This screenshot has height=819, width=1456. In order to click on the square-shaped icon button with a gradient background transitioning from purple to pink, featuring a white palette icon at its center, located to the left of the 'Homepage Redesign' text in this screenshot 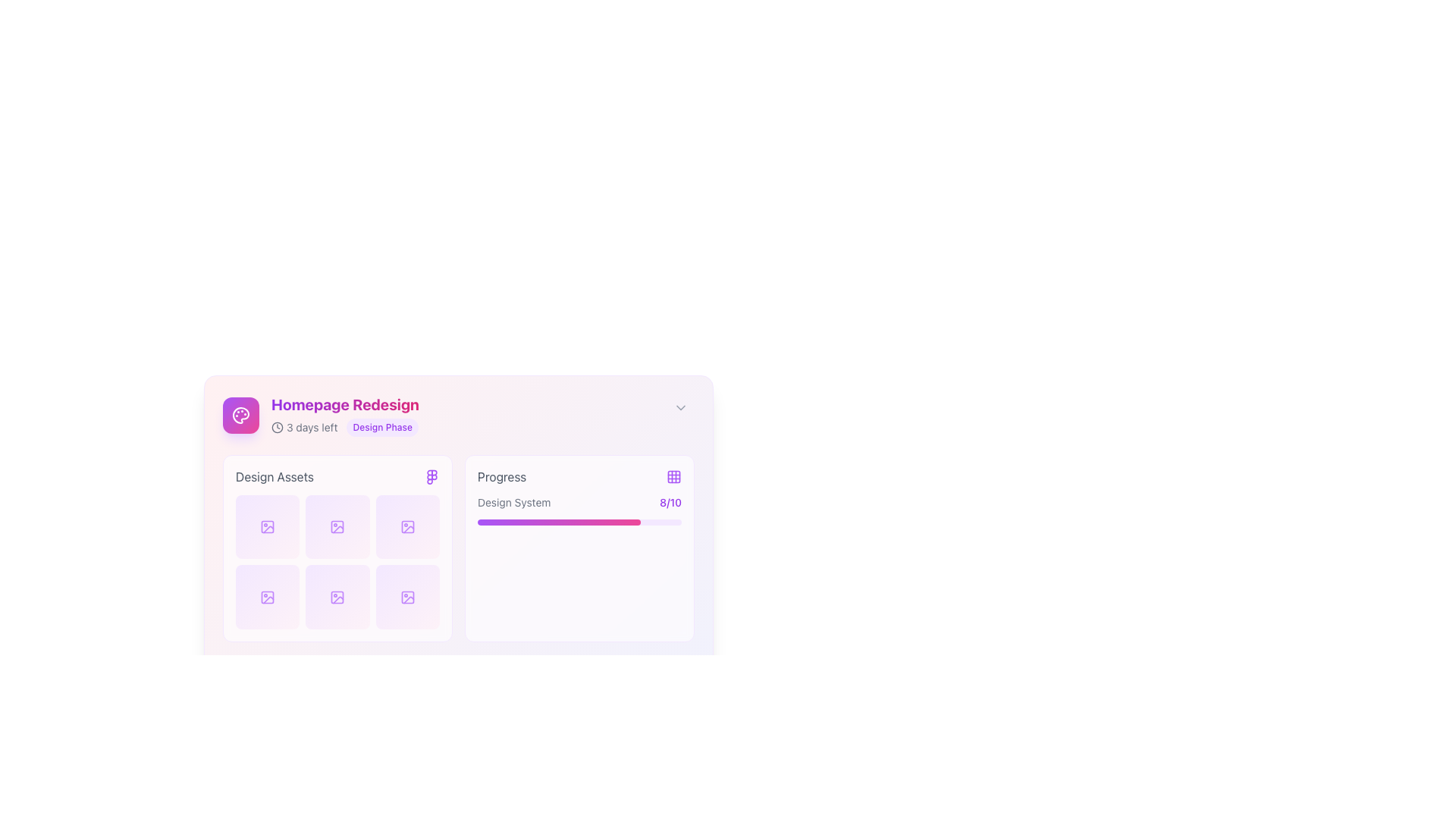, I will do `click(240, 415)`.